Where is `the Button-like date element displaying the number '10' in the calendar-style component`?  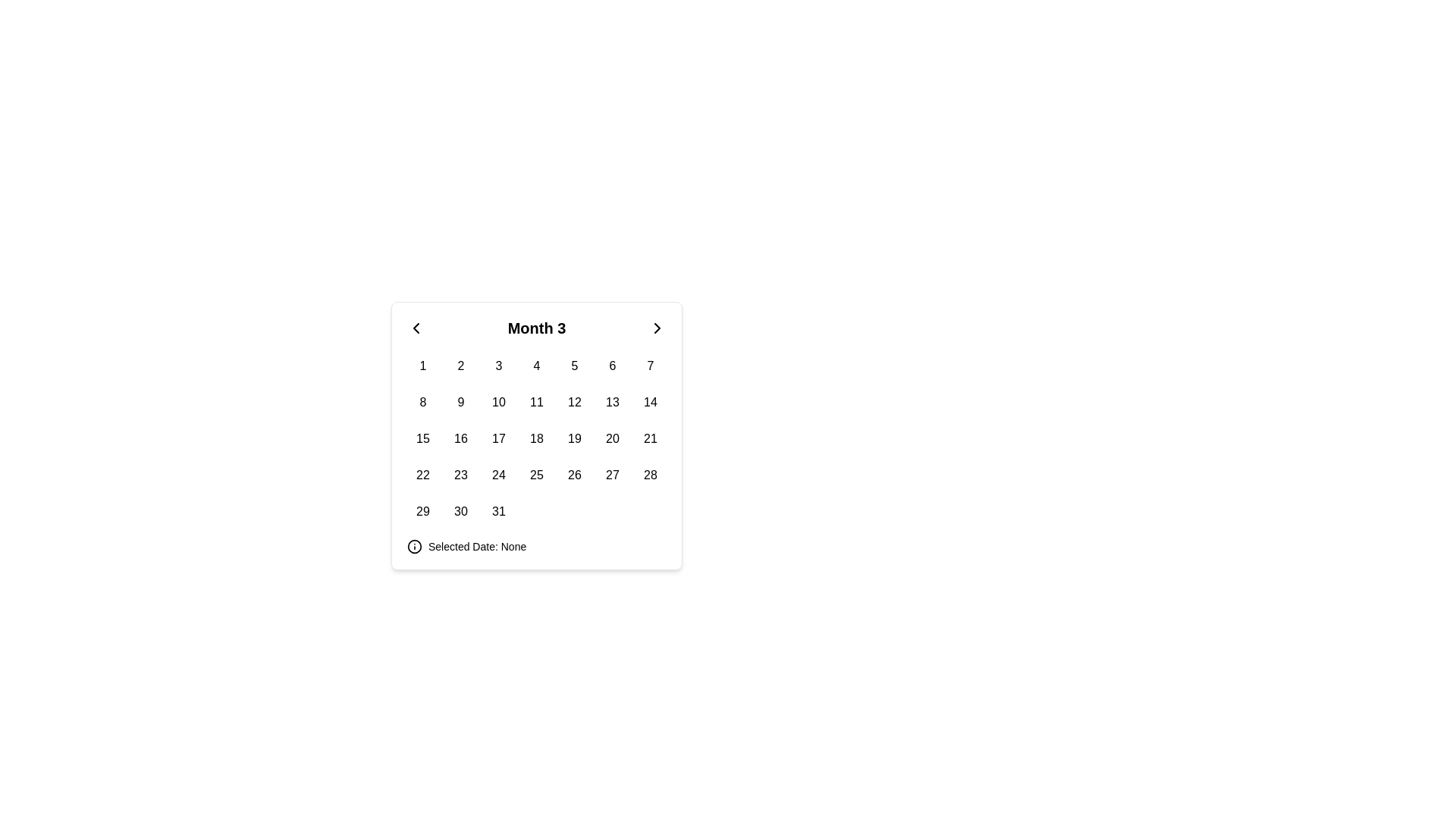
the Button-like date element displaying the number '10' in the calendar-style component is located at coordinates (498, 402).